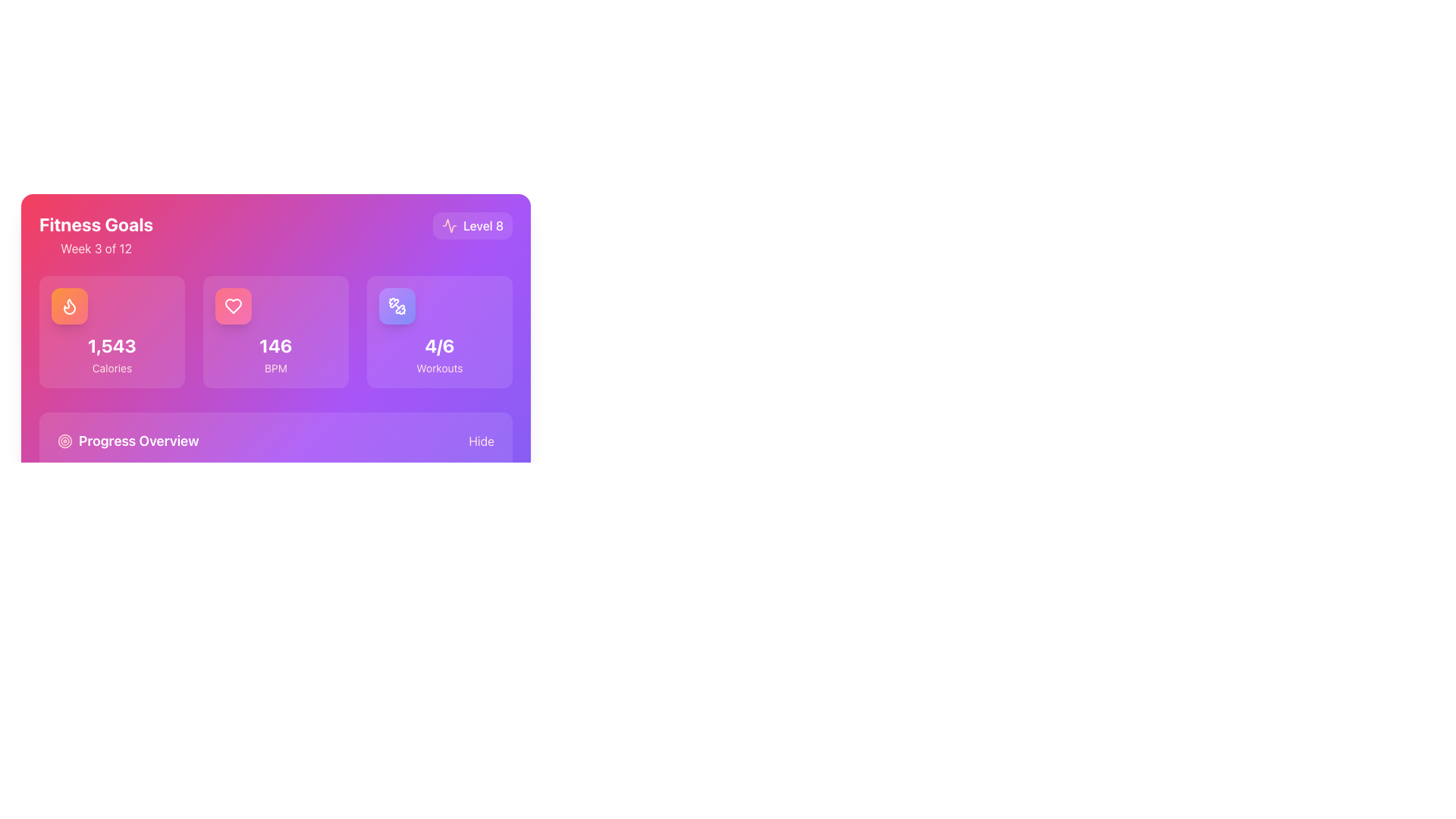  I want to click on the flame-shaped icon with a white outline located in the top-left card of the dashboard, above the text 'Calories' and the value '1,543', so click(68, 306).